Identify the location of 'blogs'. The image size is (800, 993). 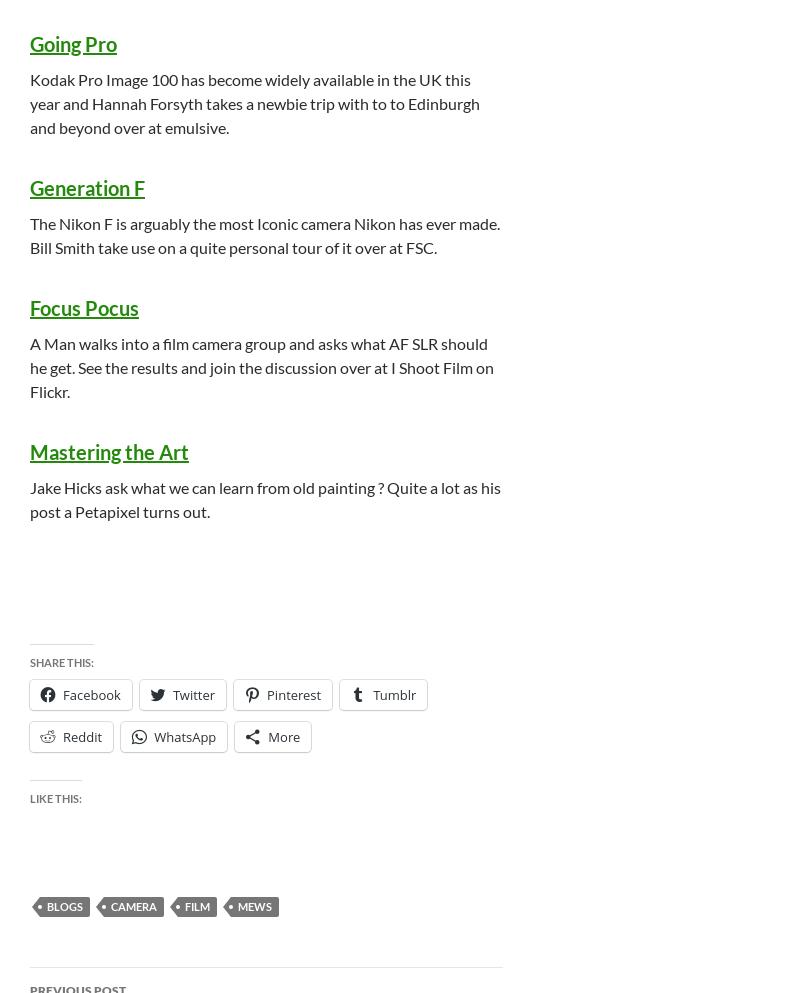
(63, 905).